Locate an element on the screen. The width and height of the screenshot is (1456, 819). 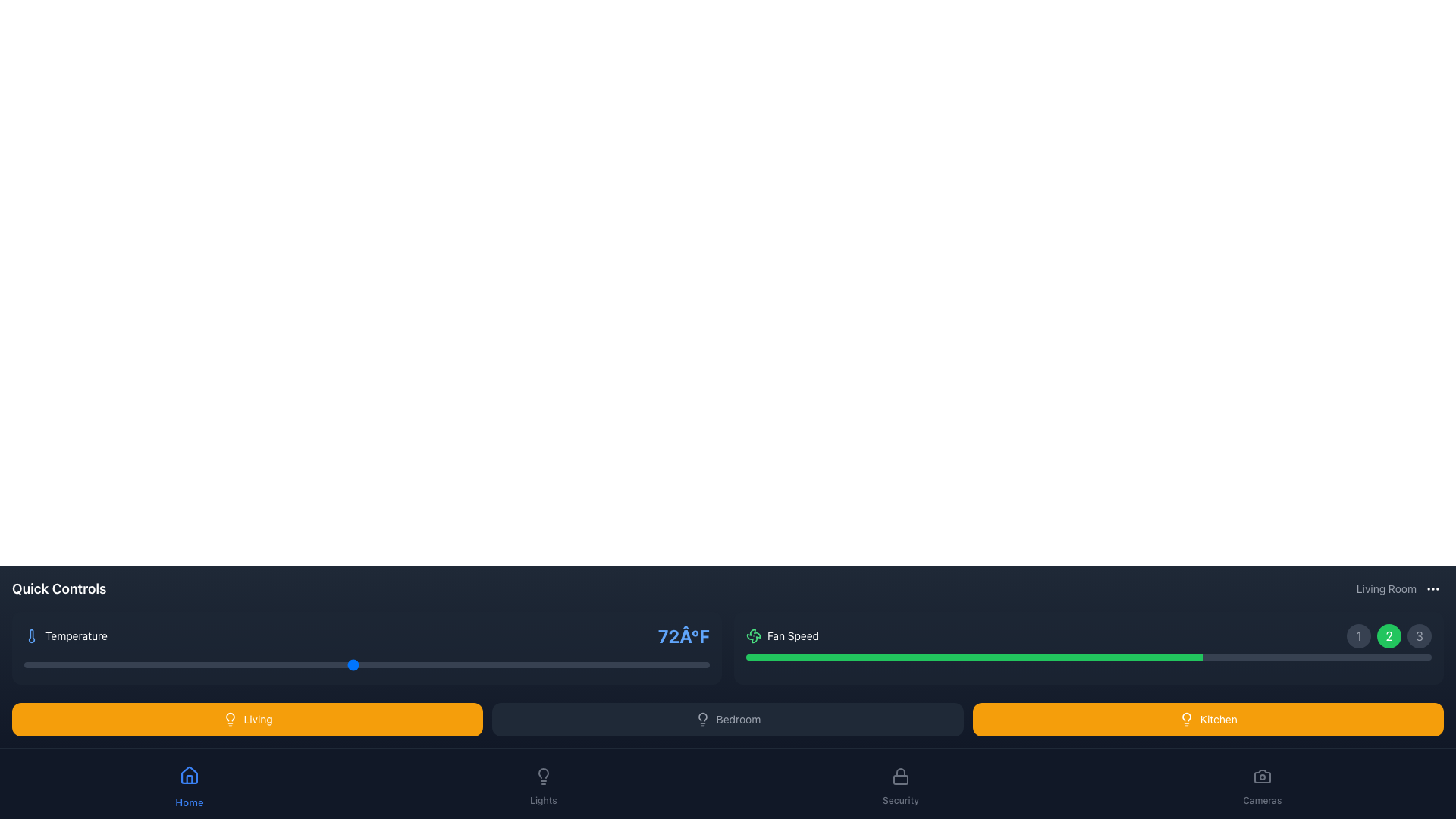
the handle of the temperature range slider, which is positioned below the text 'Temperature' and displays a value of '72°F' is located at coordinates (367, 664).